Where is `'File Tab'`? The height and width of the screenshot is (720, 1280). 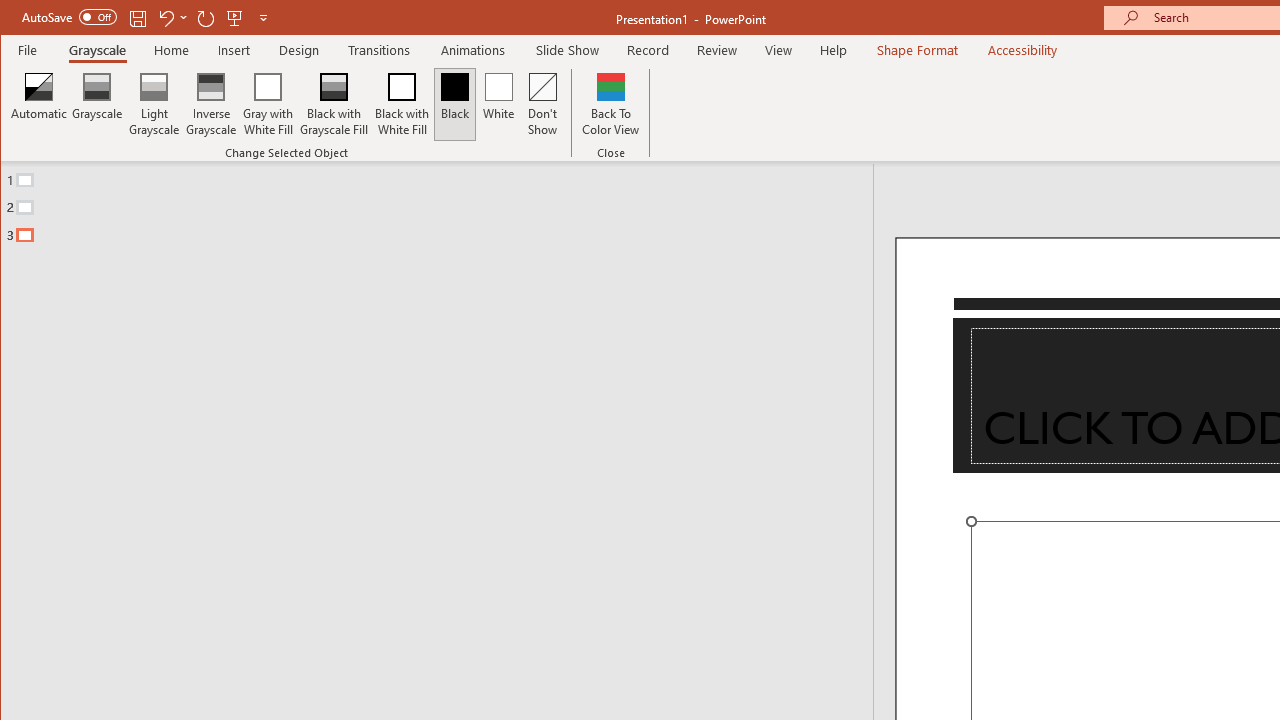
'File Tab' is located at coordinates (28, 49).